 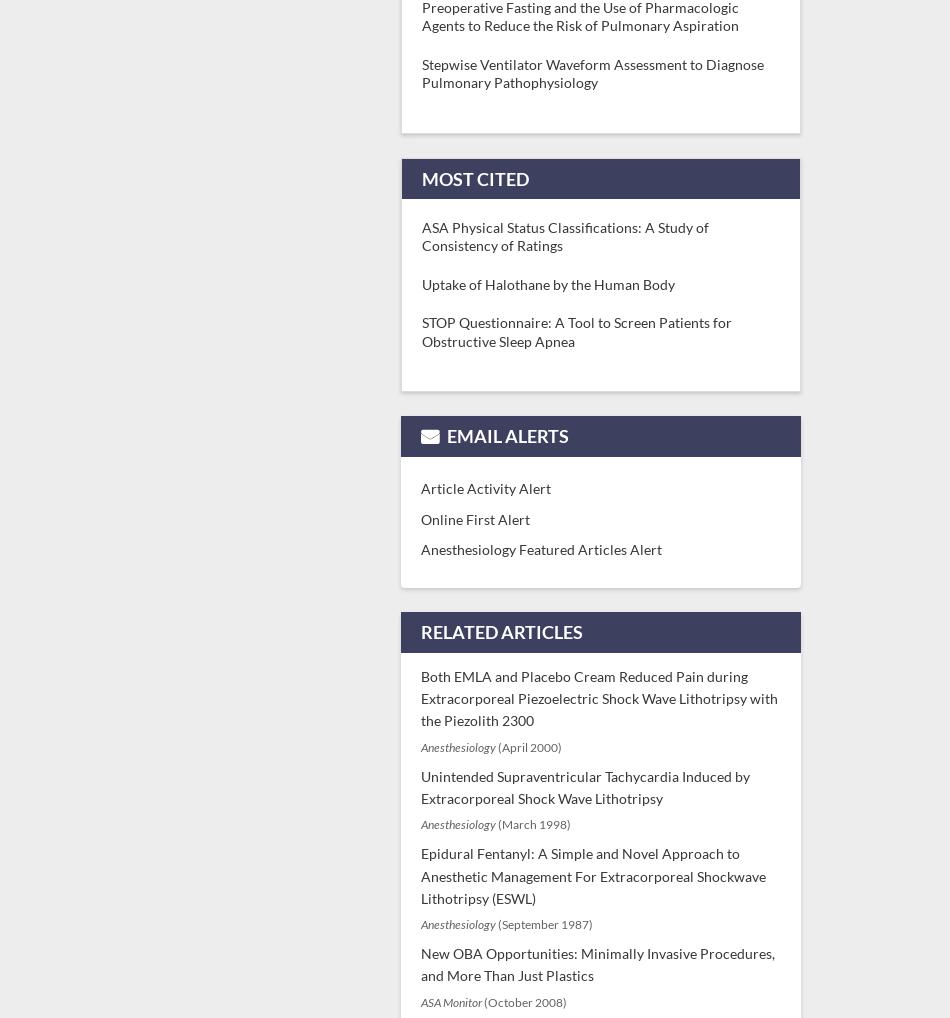 I want to click on 'Epidural Fentanyl:  A Simple and Novel Approach to Anesthetic Management For Extracorporeal Shockwave Lithotripsy (ESWL)', so click(x=593, y=875).